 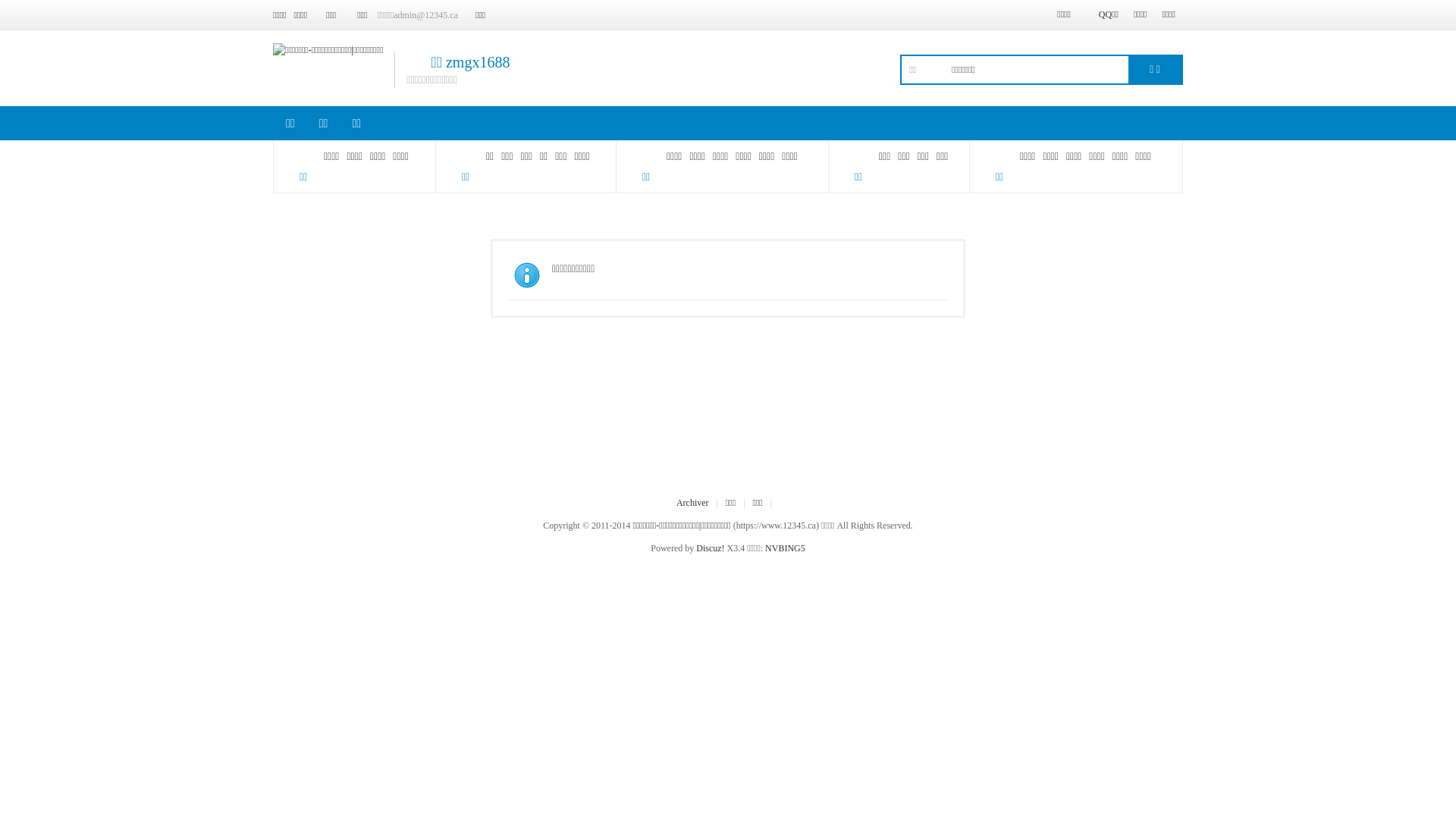 What do you see at coordinates (692, 503) in the screenshot?
I see `'Archiver'` at bounding box center [692, 503].